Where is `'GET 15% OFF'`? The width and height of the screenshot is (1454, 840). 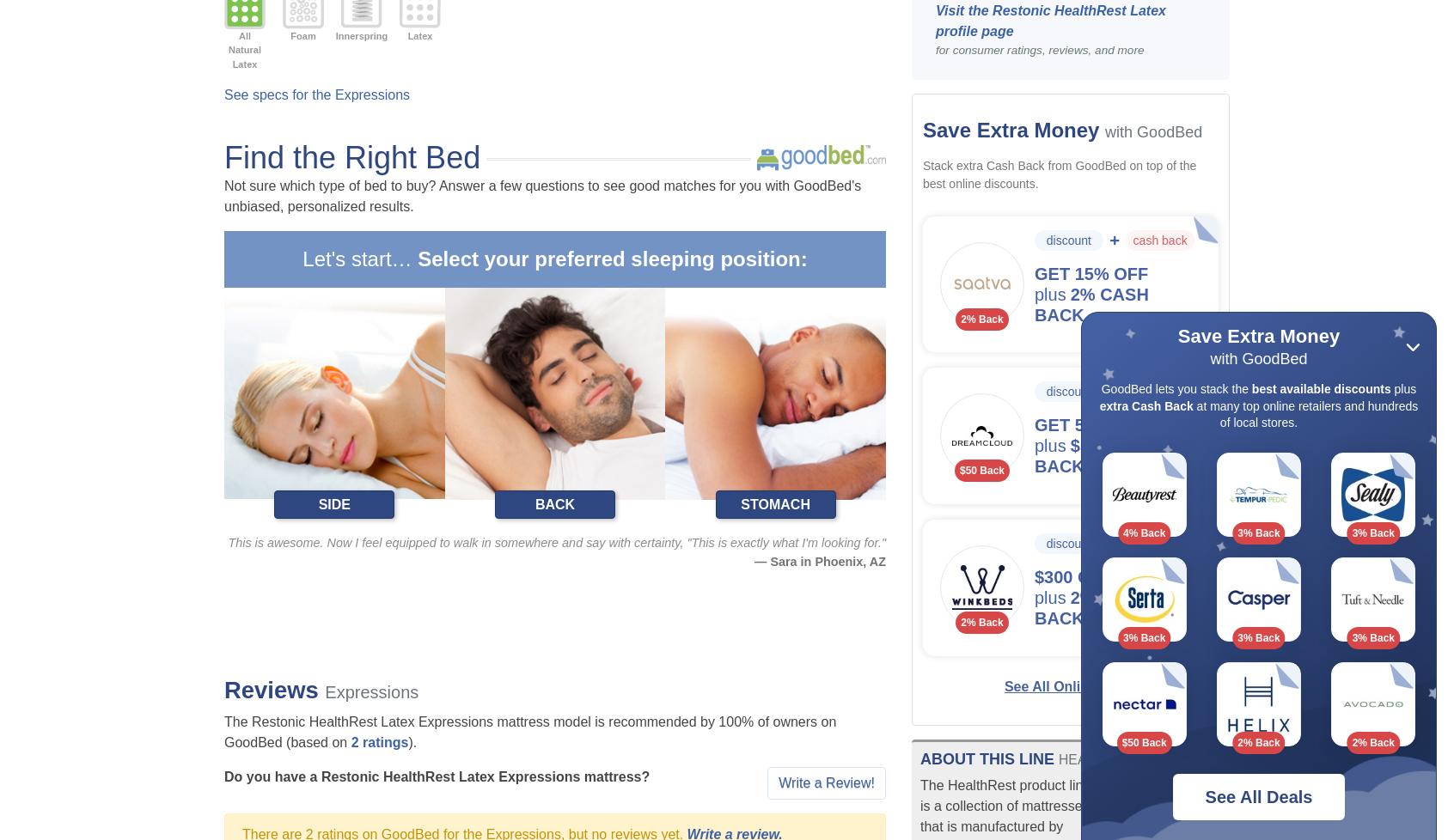
'GET 15% OFF' is located at coordinates (1090, 272).